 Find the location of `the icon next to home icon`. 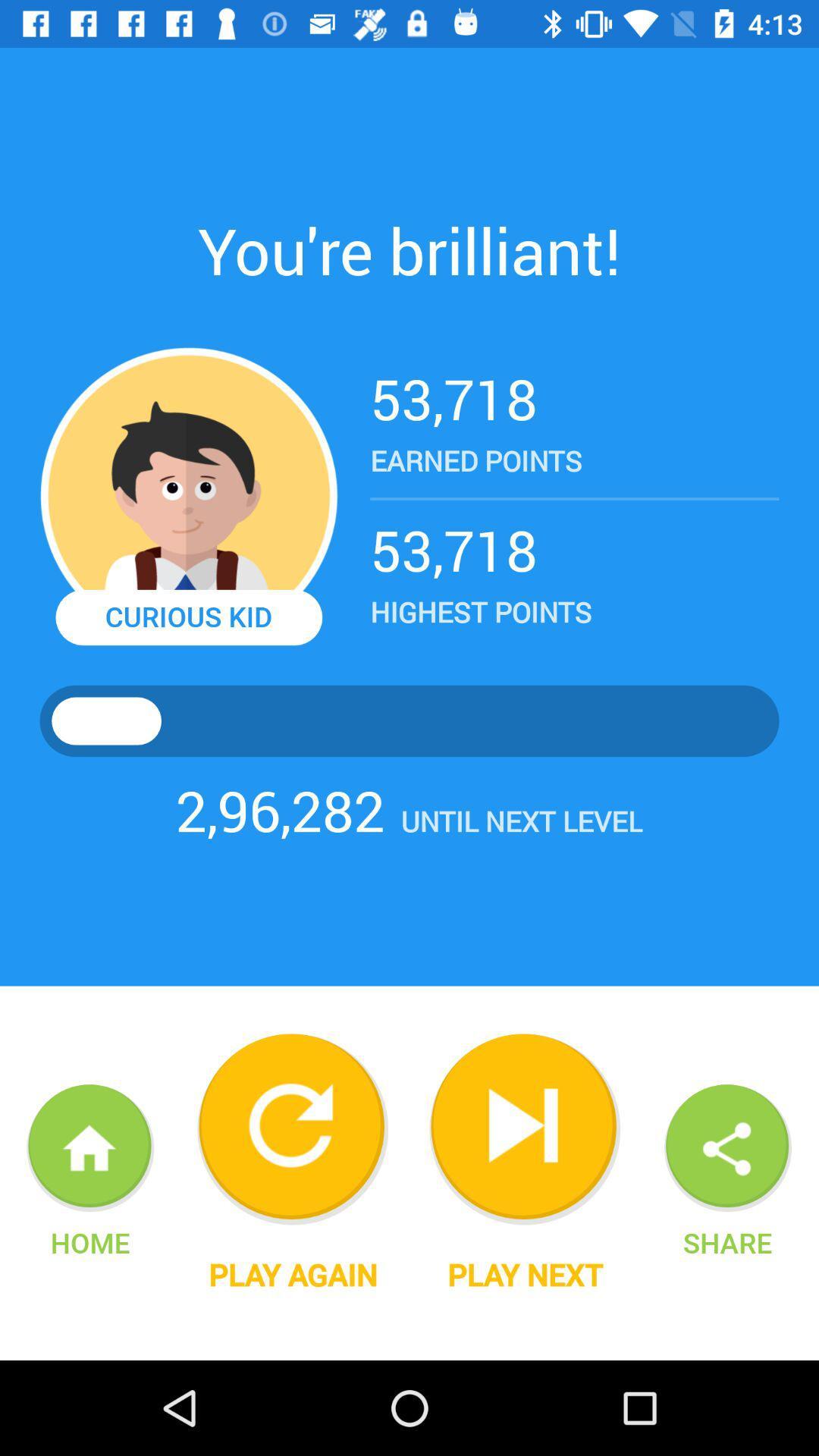

the icon next to home icon is located at coordinates (293, 1274).